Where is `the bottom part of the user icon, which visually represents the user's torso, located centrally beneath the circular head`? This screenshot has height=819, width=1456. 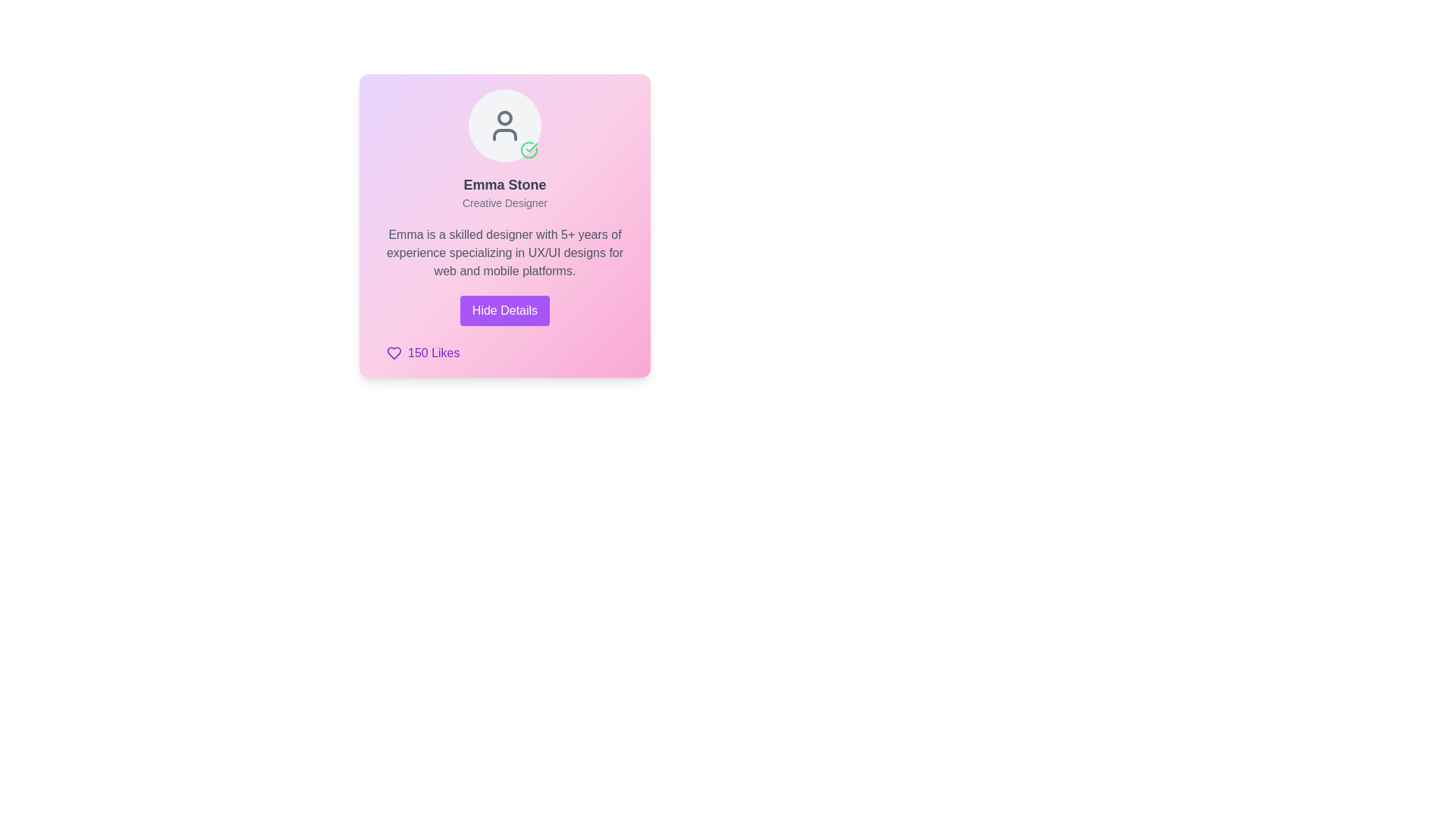 the bottom part of the user icon, which visually represents the user's torso, located centrally beneath the circular head is located at coordinates (505, 133).